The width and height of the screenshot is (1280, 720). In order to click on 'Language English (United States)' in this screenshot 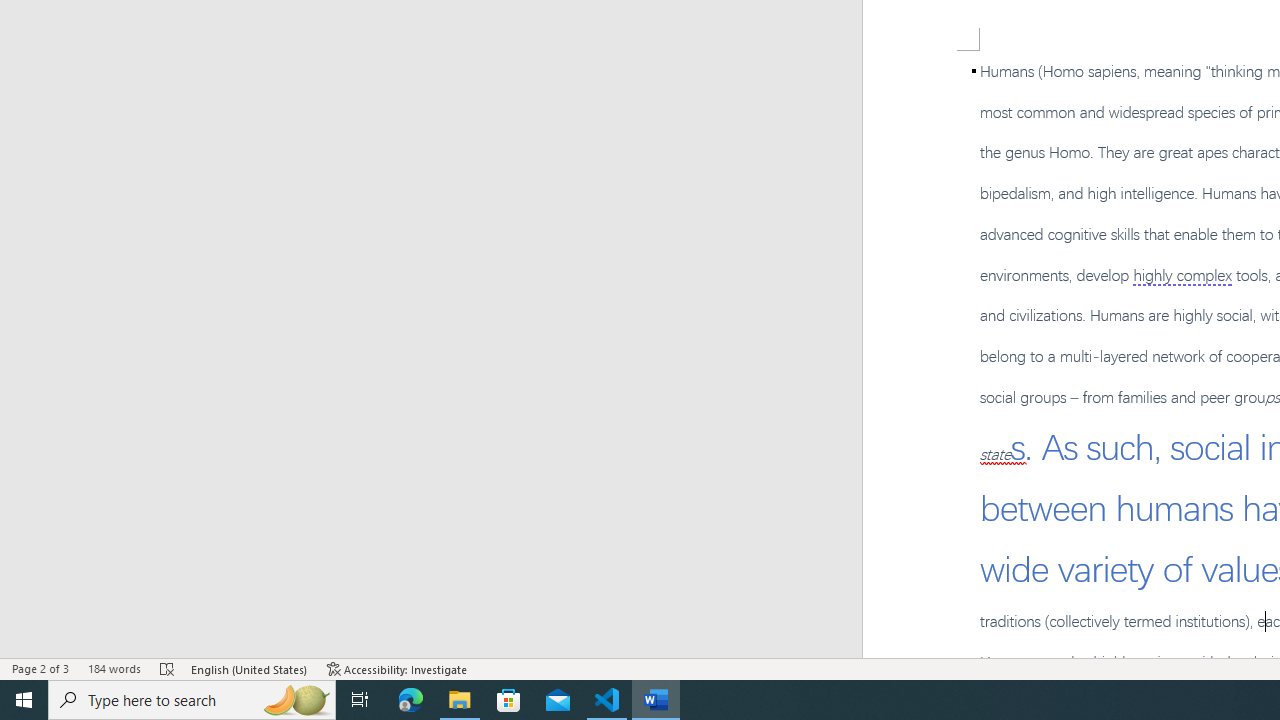, I will do `click(249, 669)`.